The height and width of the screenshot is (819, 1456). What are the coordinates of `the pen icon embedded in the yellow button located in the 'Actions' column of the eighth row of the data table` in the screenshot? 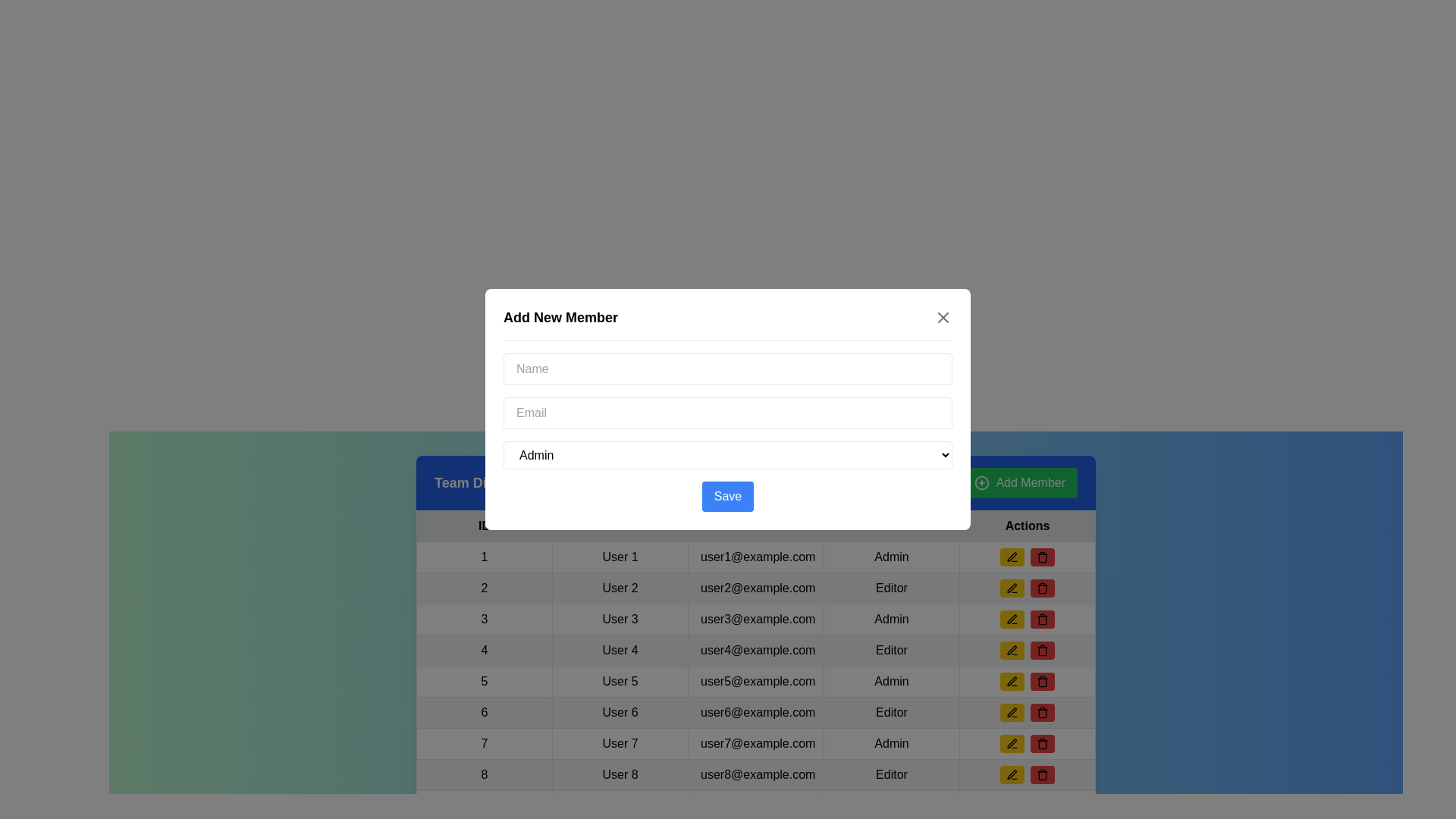 It's located at (1012, 742).